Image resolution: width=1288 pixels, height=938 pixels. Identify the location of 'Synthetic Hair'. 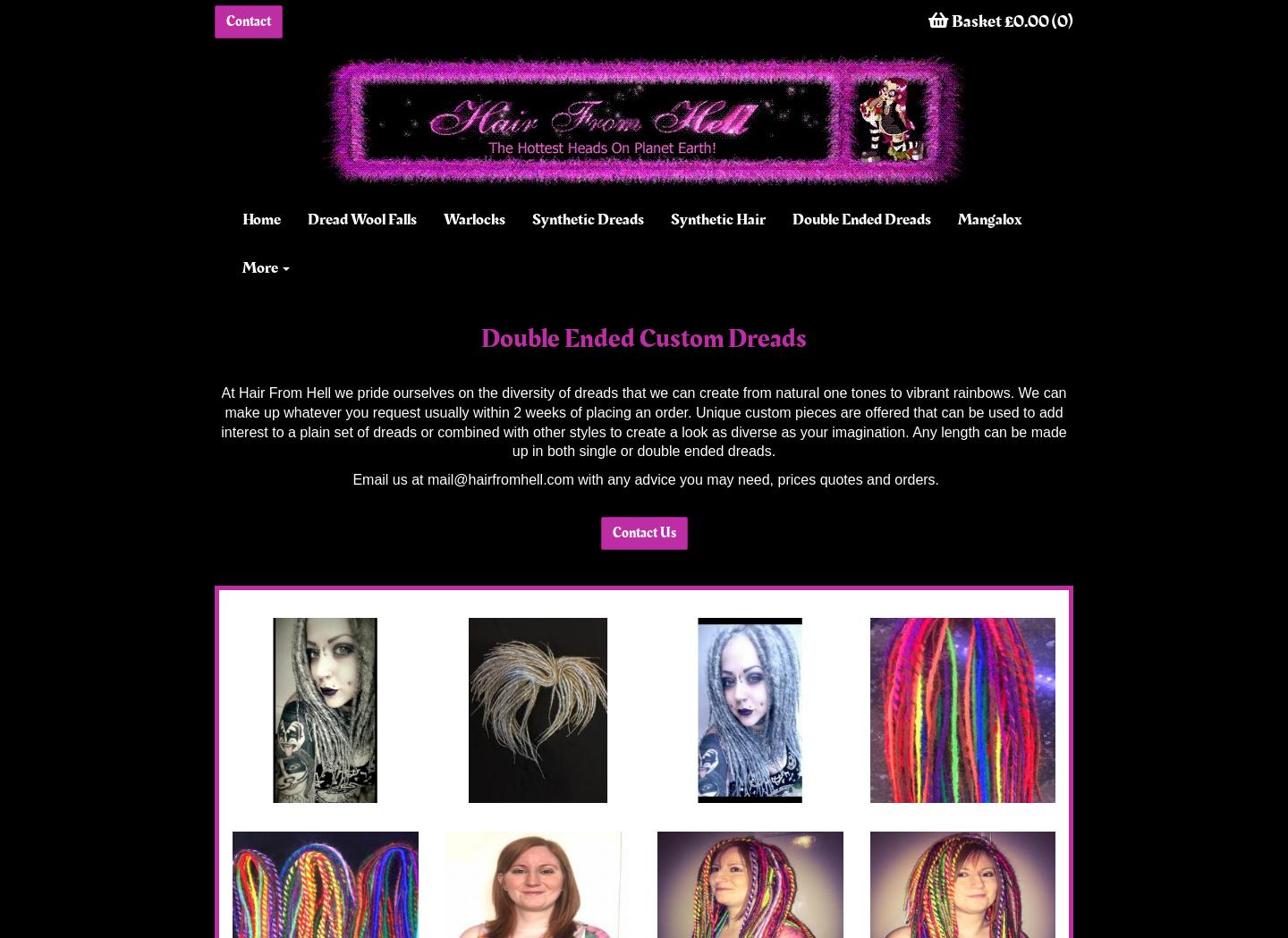
(717, 218).